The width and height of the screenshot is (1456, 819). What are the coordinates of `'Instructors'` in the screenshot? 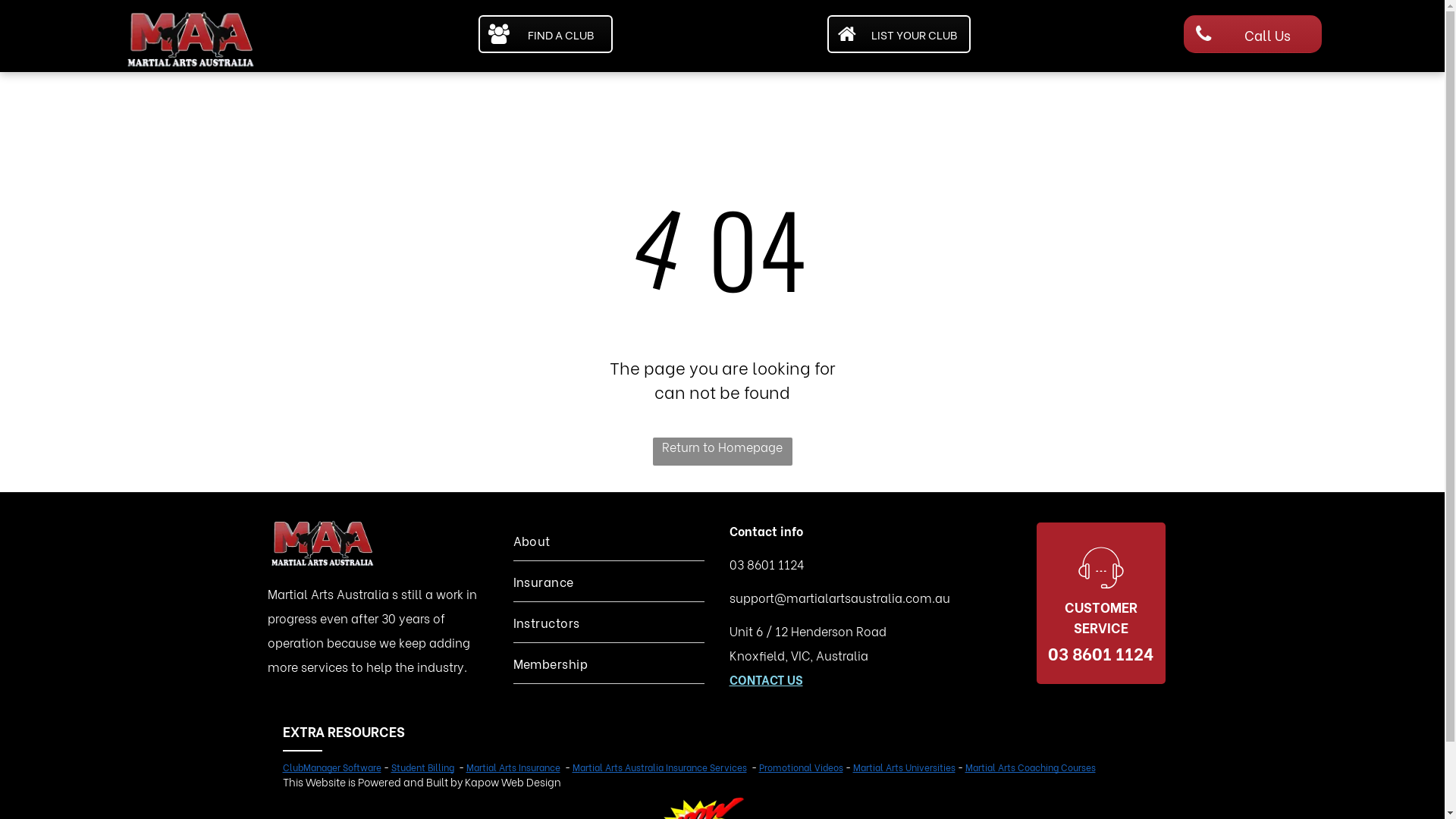 It's located at (607, 622).